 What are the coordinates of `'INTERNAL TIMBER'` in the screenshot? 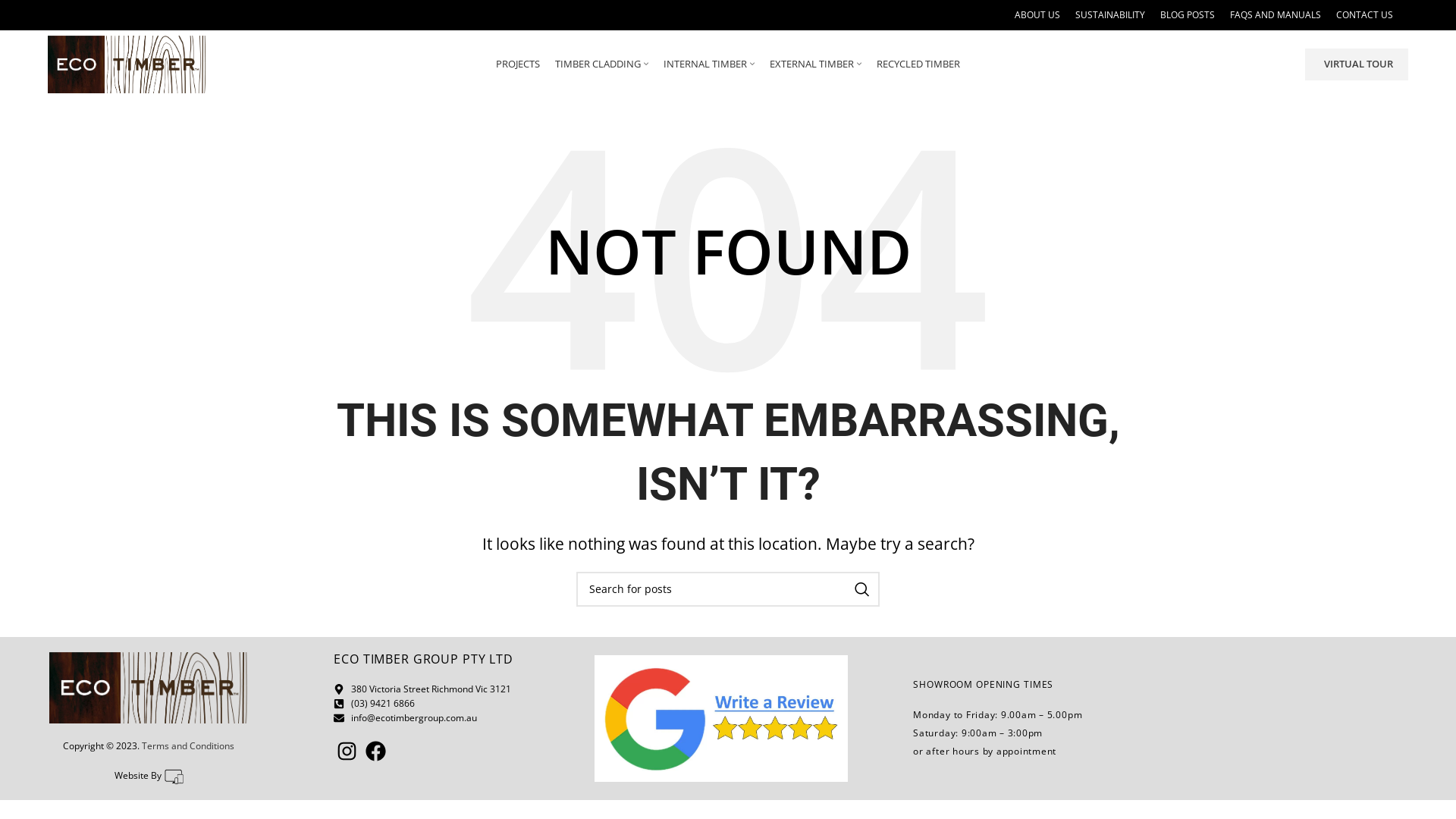 It's located at (708, 63).